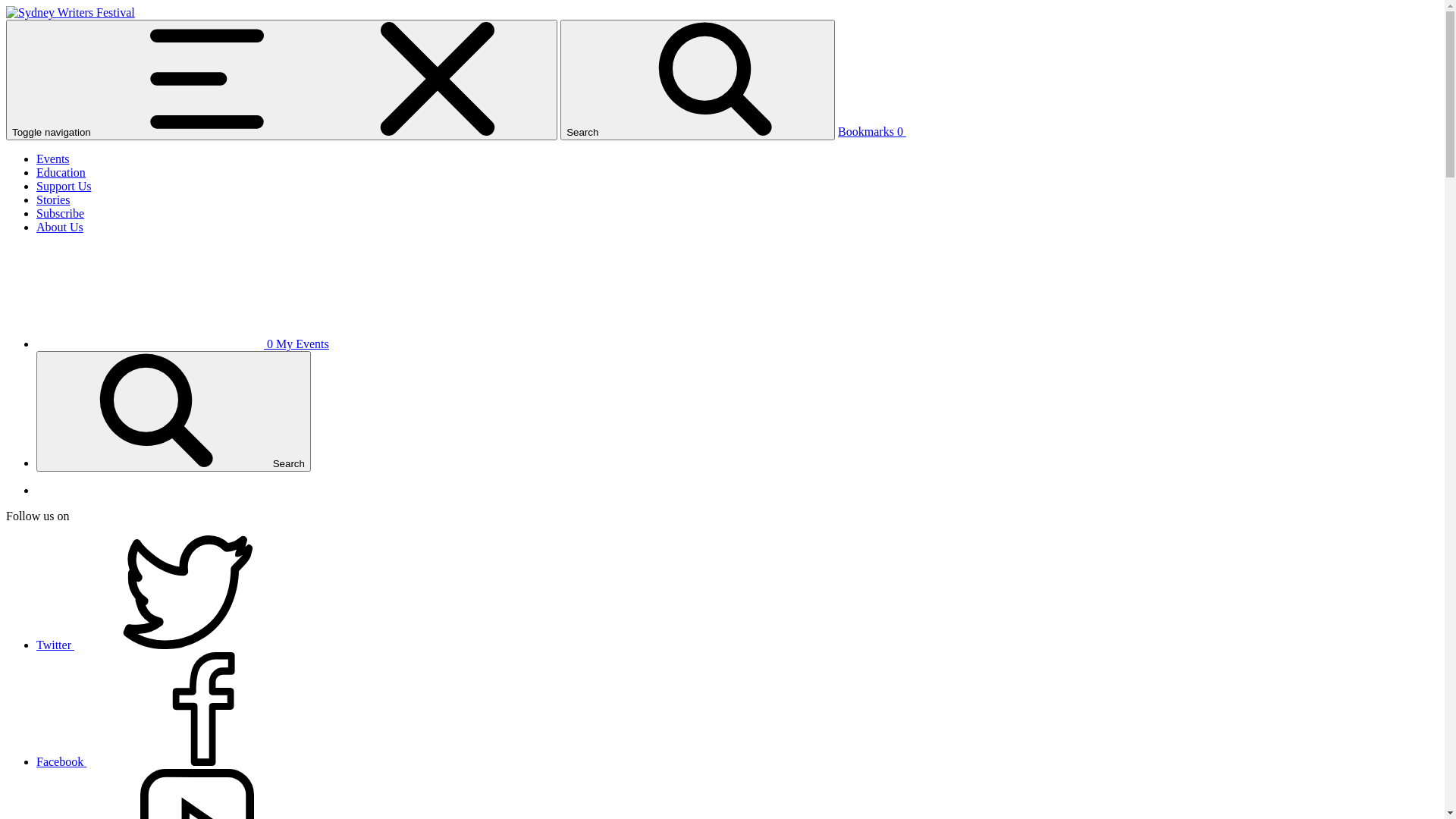 Image resolution: width=1456 pixels, height=819 pixels. Describe the element at coordinates (62, 185) in the screenshot. I see `'Support Us'` at that location.